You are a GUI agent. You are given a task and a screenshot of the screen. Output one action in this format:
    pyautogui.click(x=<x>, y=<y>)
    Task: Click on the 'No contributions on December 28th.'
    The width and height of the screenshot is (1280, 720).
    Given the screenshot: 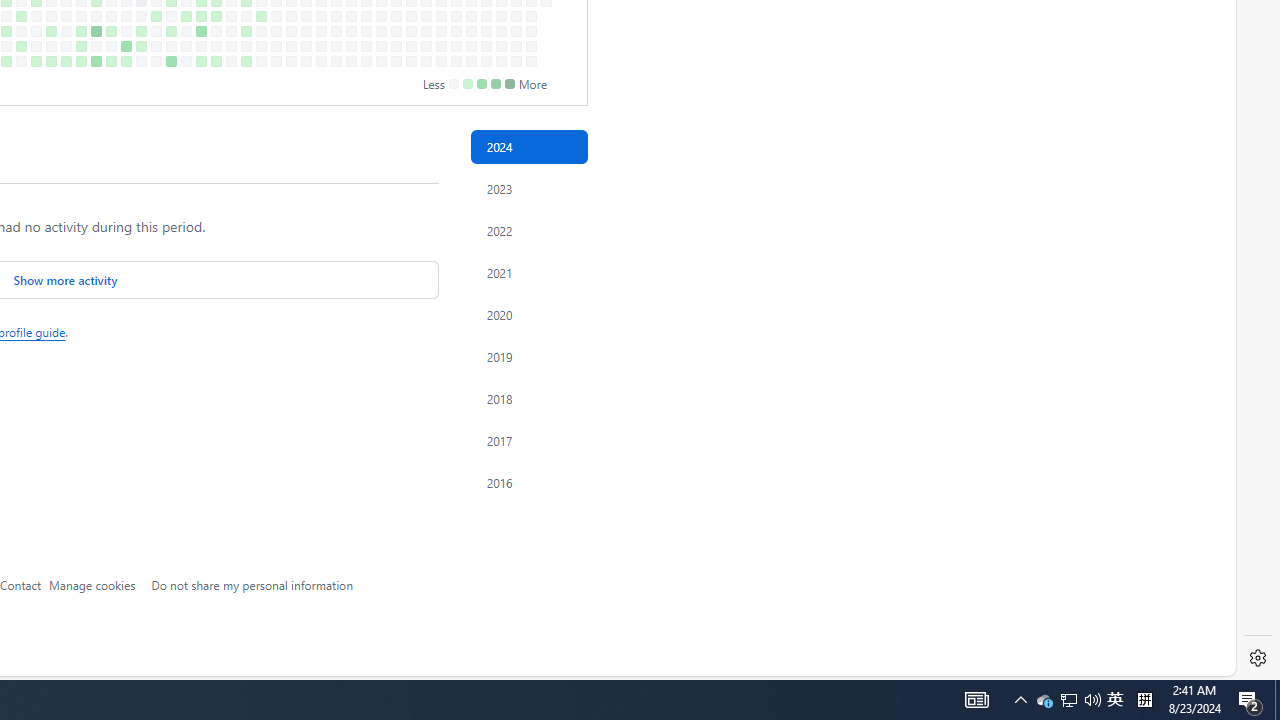 What is the action you would take?
    pyautogui.click(x=531, y=60)
    